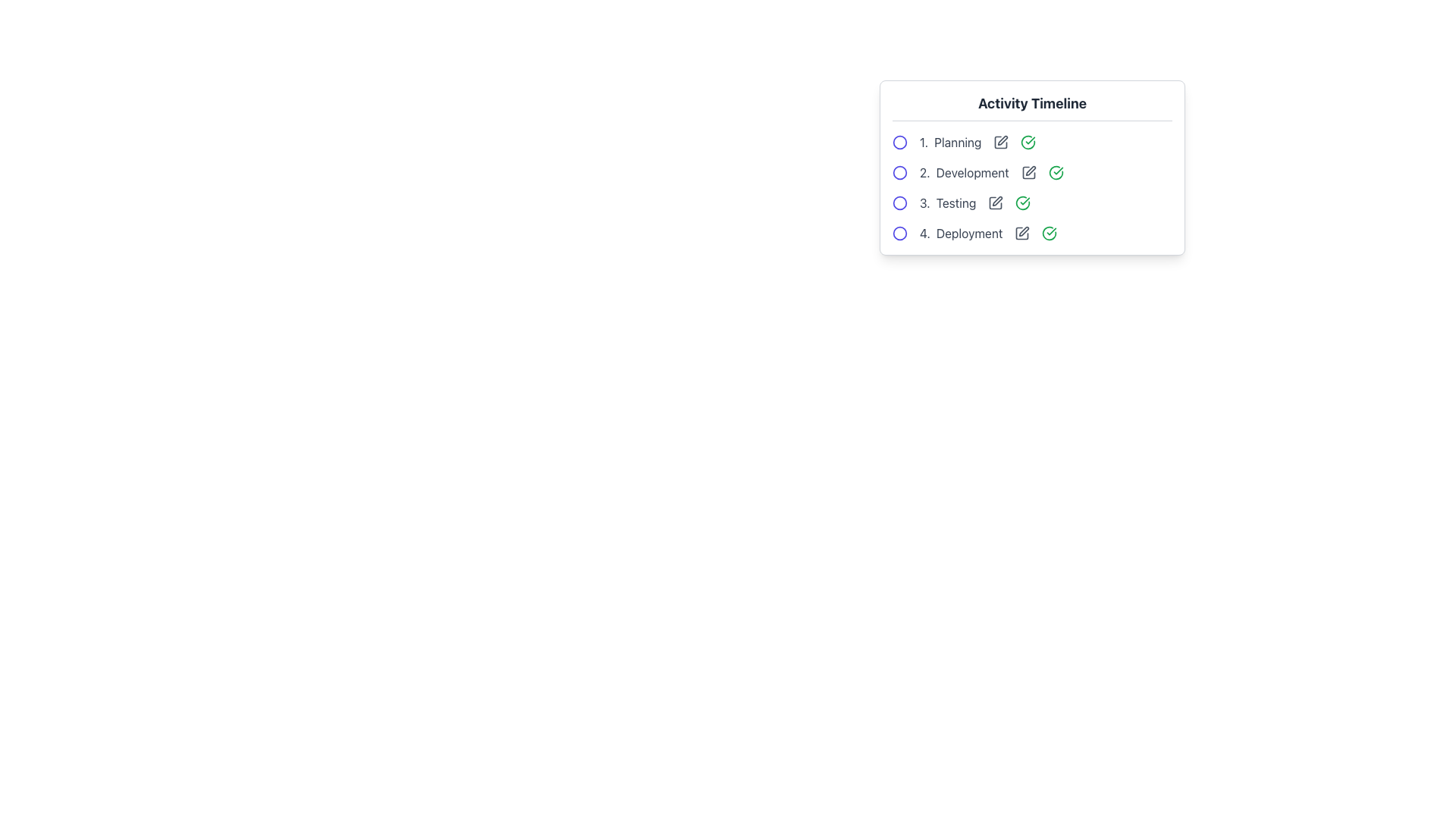 The width and height of the screenshot is (1456, 819). I want to click on the small circle graphical component within the 'Development' icon in the second row of the 'Activity Timeline' list, so click(899, 171).